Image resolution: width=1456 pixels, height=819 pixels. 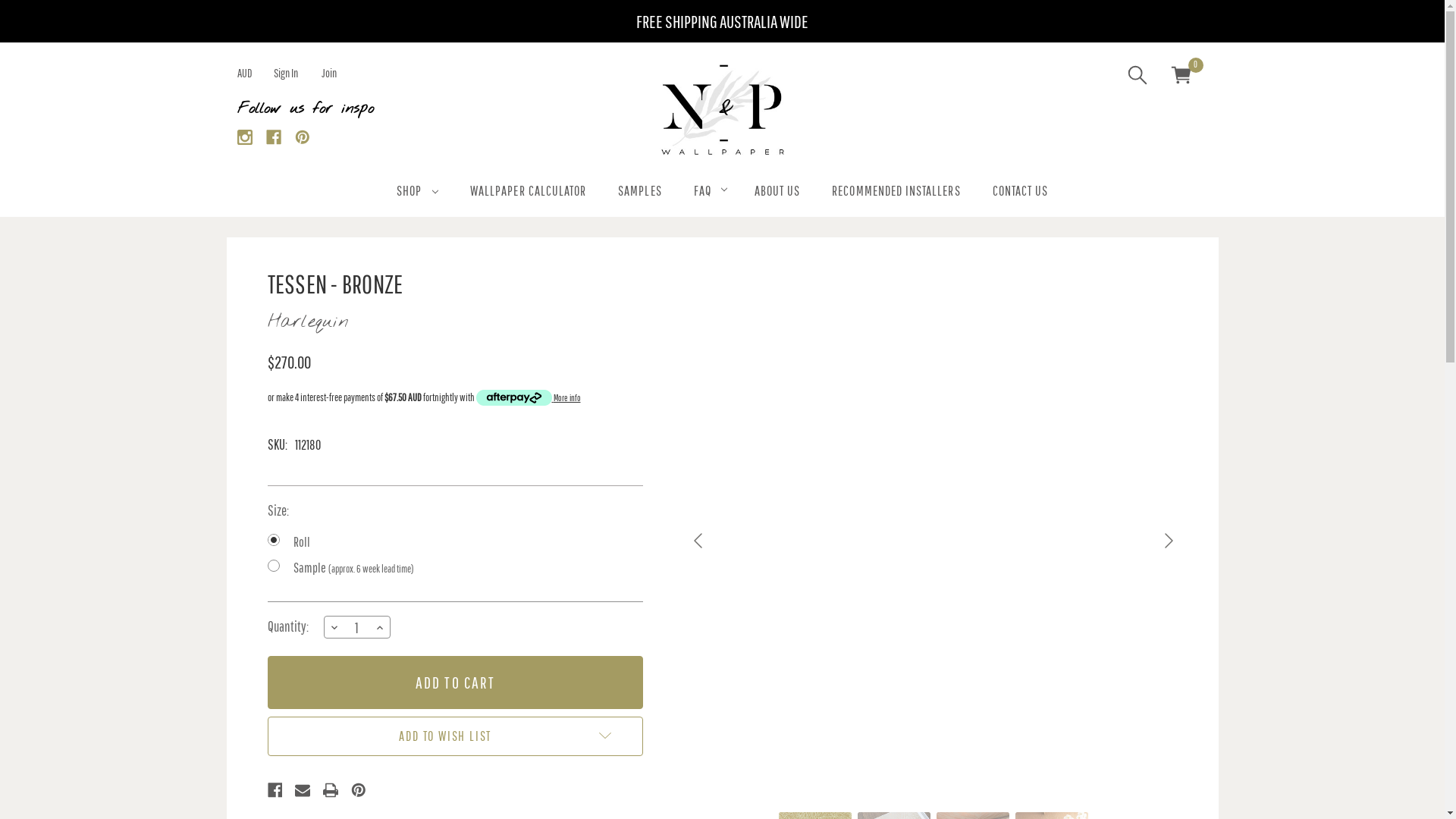 What do you see at coordinates (528, 192) in the screenshot?
I see `'WALLPAPER CALCULATOR'` at bounding box center [528, 192].